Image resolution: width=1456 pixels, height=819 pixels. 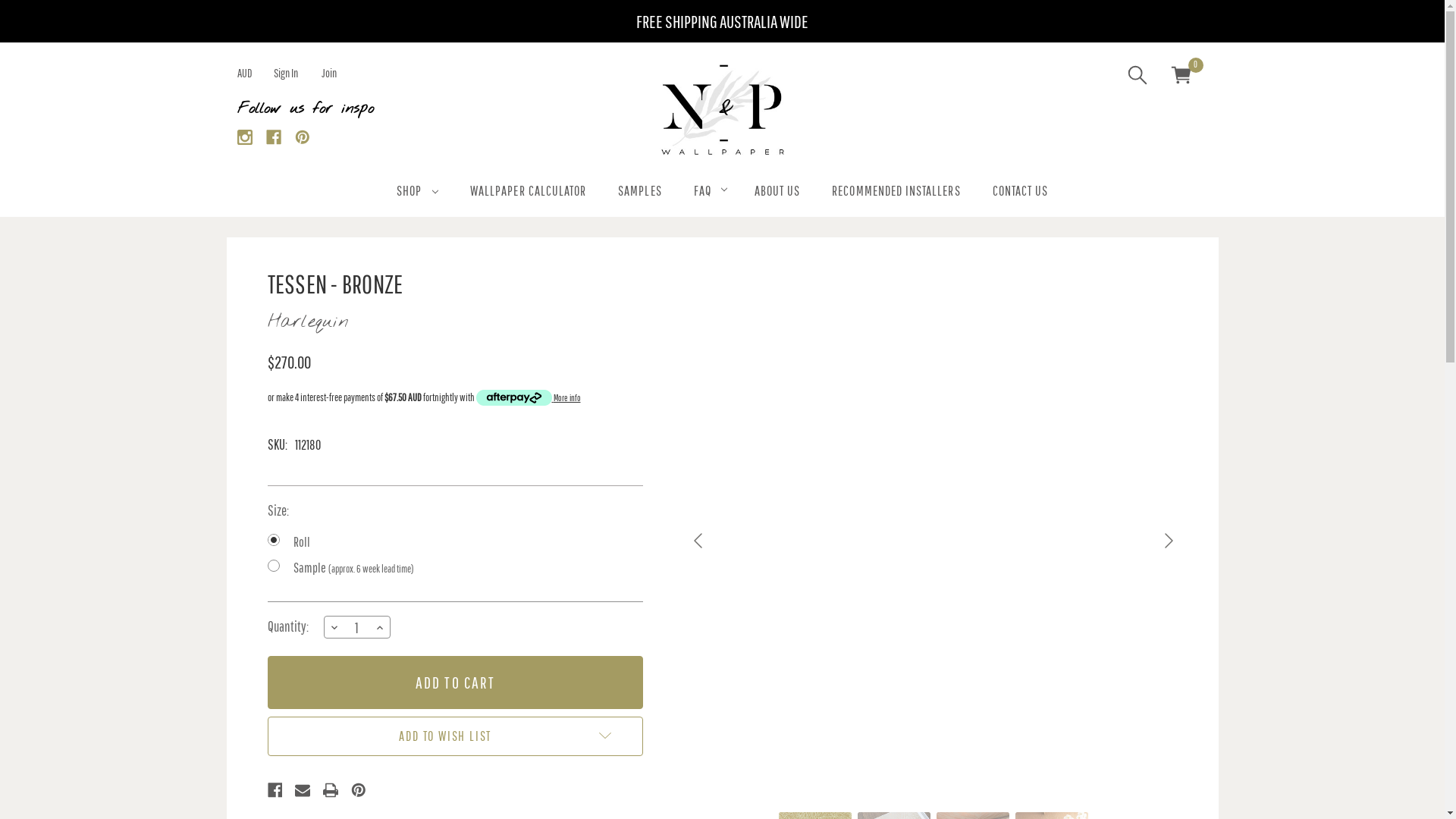 What do you see at coordinates (528, 192) in the screenshot?
I see `'WALLPAPER CALCULATOR'` at bounding box center [528, 192].